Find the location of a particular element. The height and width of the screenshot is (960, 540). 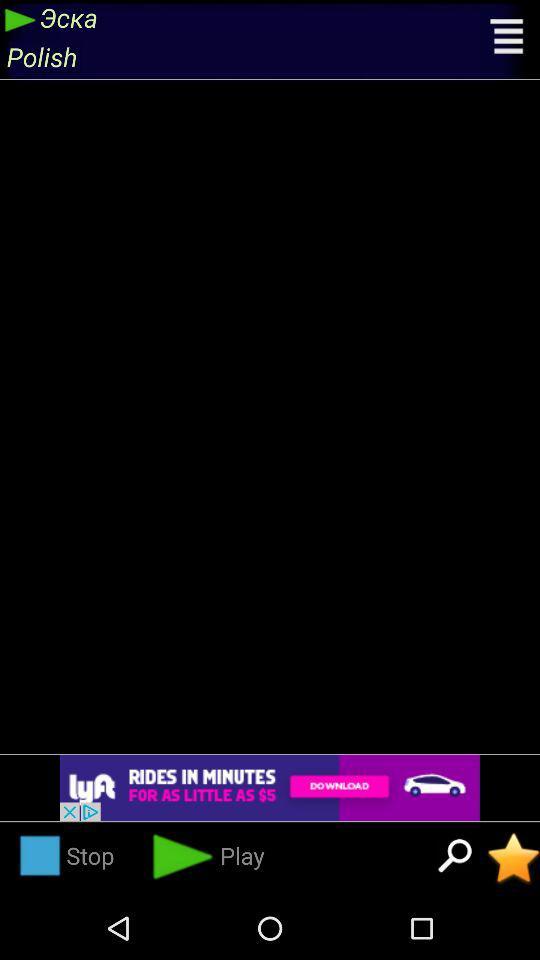

menu is located at coordinates (508, 38).